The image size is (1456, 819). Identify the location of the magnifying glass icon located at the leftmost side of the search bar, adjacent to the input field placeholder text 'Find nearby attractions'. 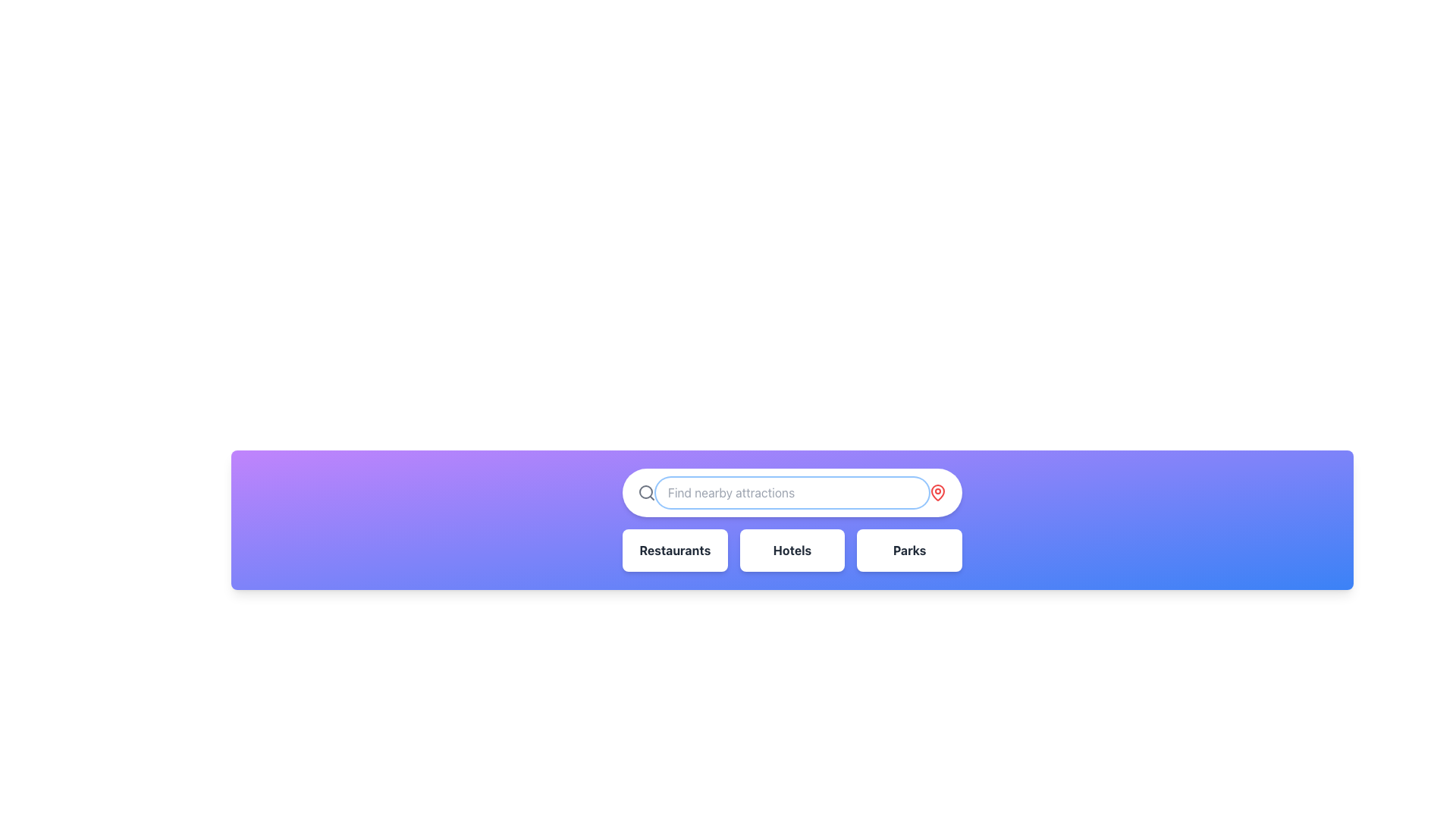
(647, 493).